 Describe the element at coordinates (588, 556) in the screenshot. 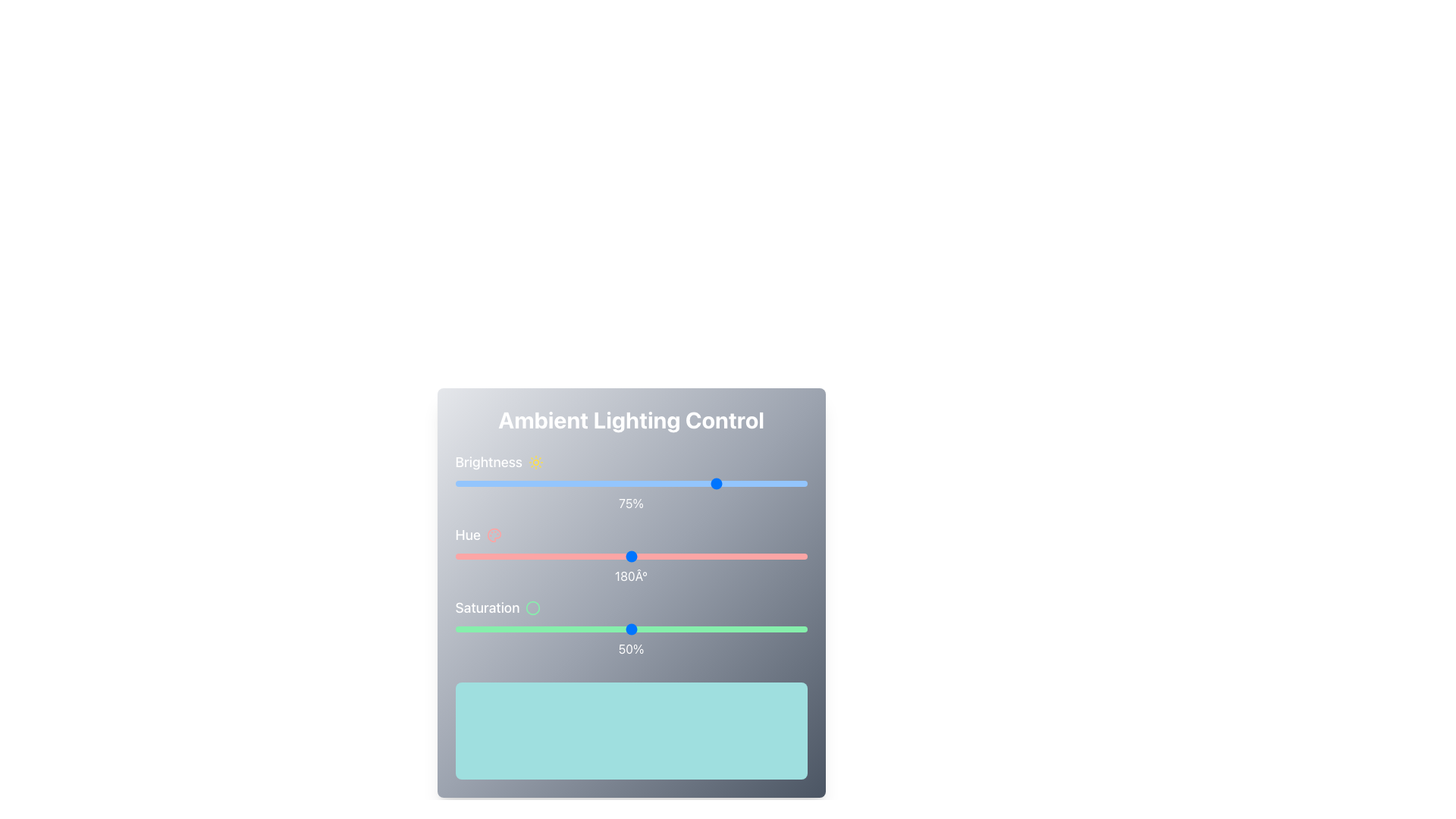

I see `the hue value` at that location.